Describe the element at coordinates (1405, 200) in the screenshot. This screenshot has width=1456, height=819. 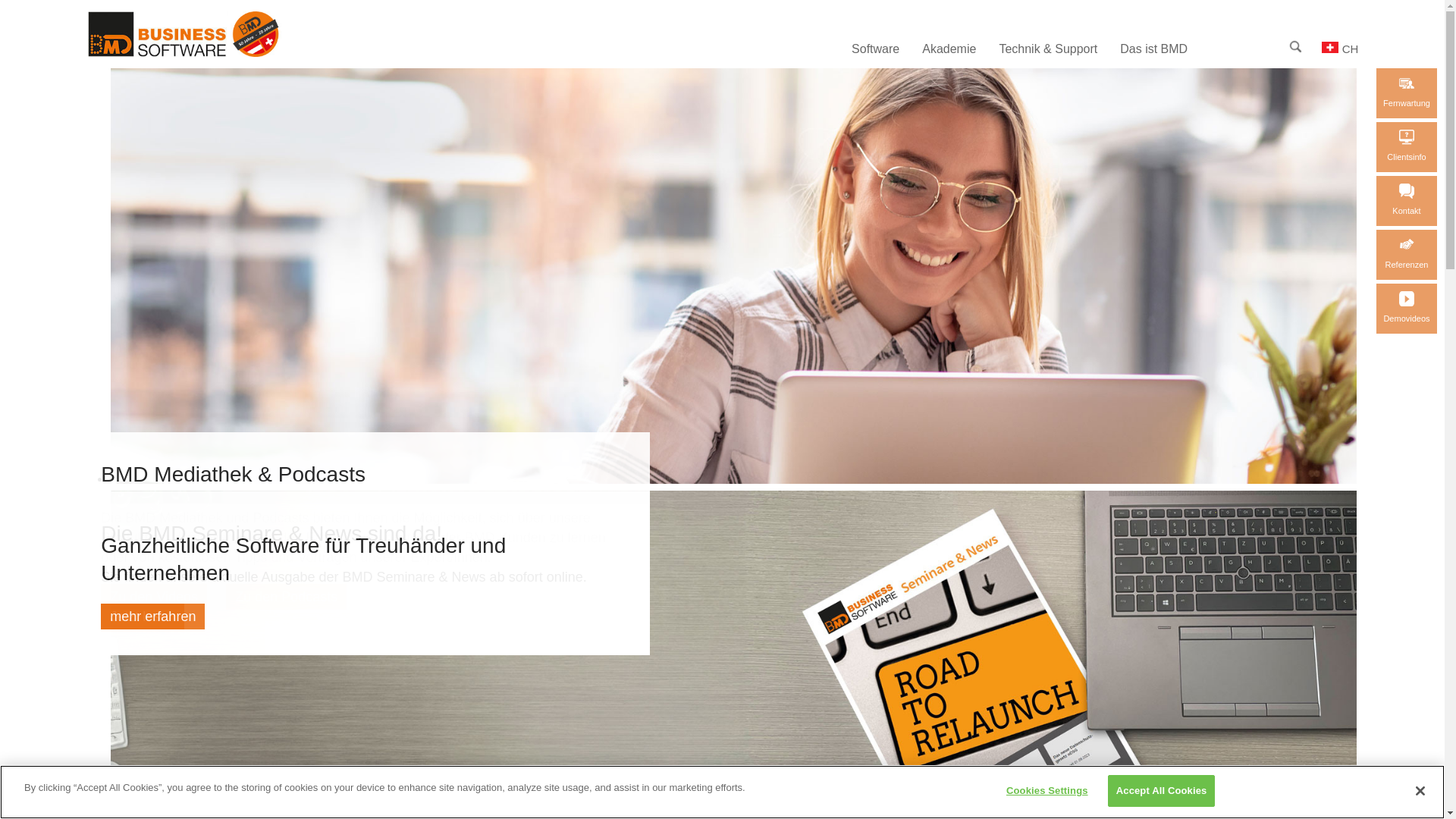
I see `'Kontakt'` at that location.